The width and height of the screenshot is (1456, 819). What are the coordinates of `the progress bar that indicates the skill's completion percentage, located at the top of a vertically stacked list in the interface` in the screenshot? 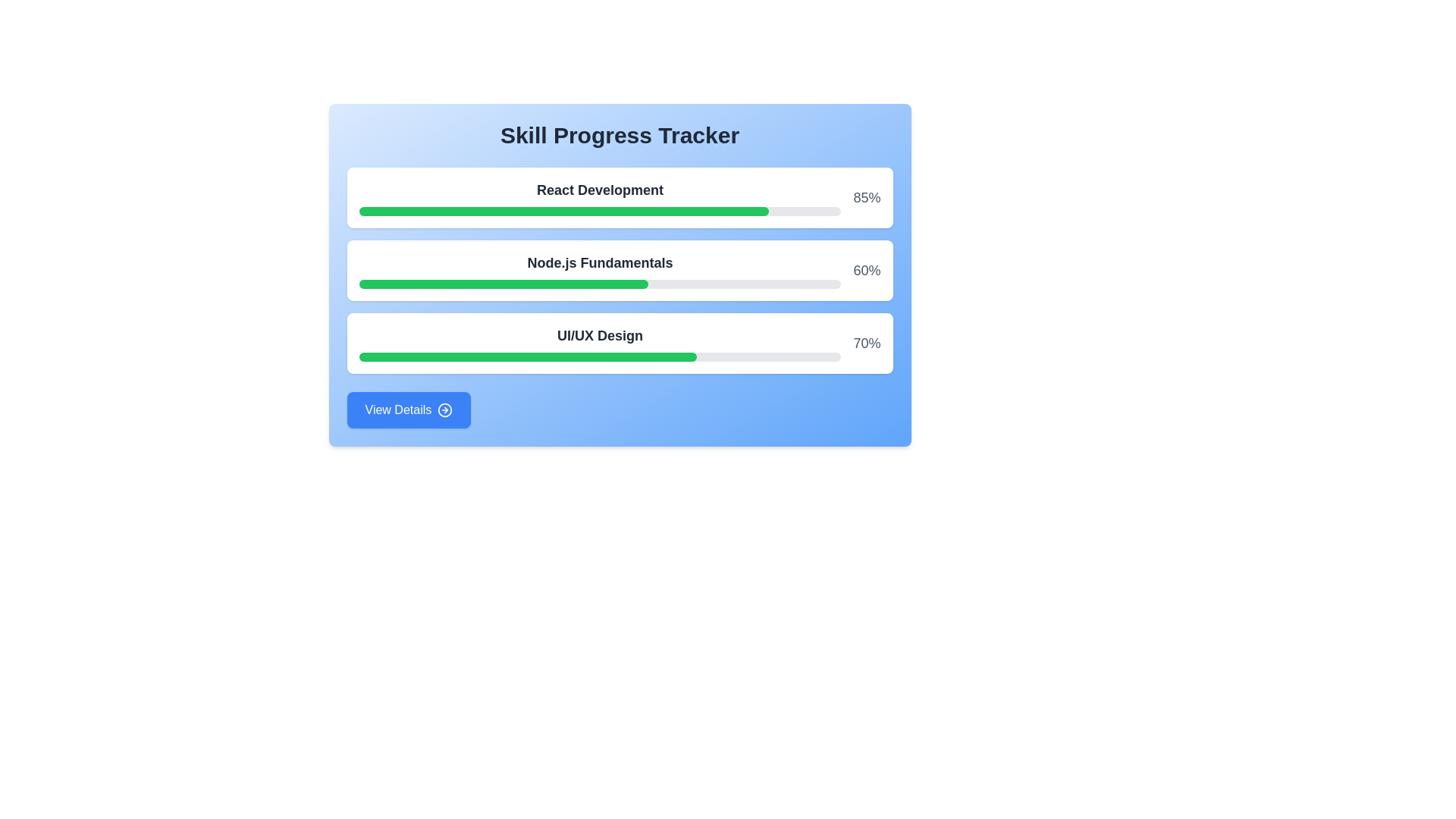 It's located at (620, 197).